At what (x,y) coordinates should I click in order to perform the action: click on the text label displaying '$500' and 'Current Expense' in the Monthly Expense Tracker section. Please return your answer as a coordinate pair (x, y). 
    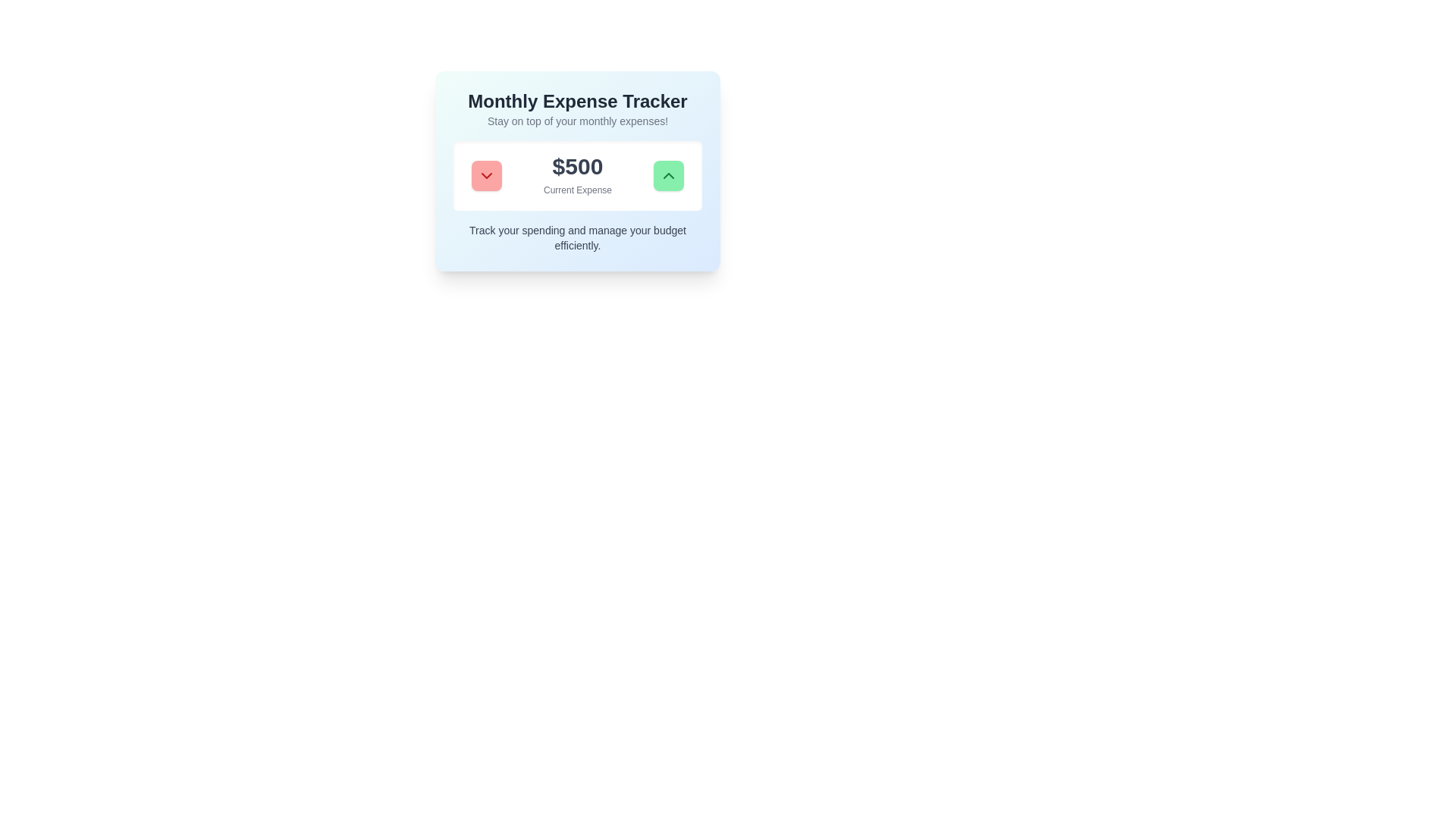
    Looking at the image, I should click on (577, 174).